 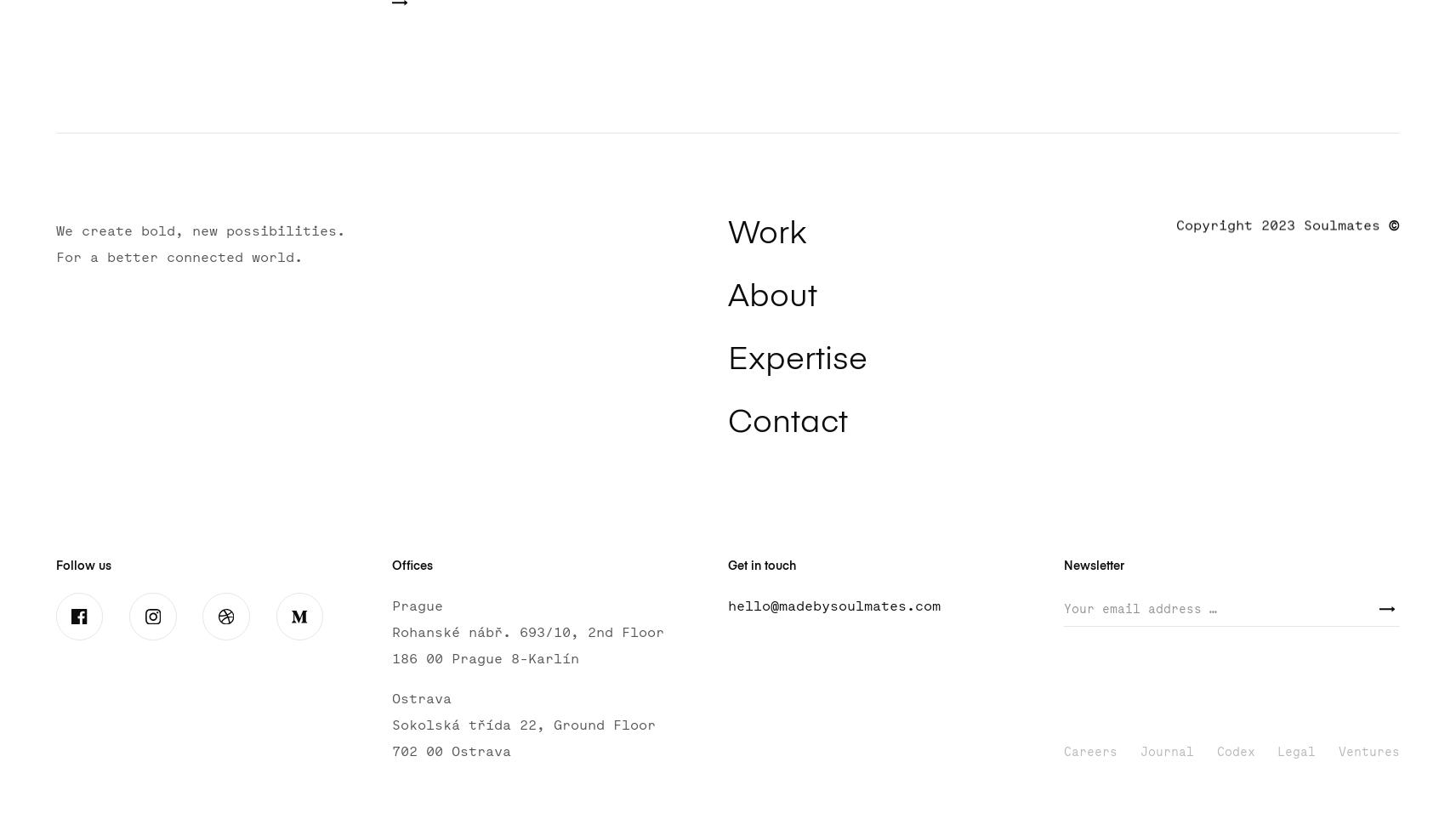 I want to click on 'Ventures', so click(x=1339, y=751).